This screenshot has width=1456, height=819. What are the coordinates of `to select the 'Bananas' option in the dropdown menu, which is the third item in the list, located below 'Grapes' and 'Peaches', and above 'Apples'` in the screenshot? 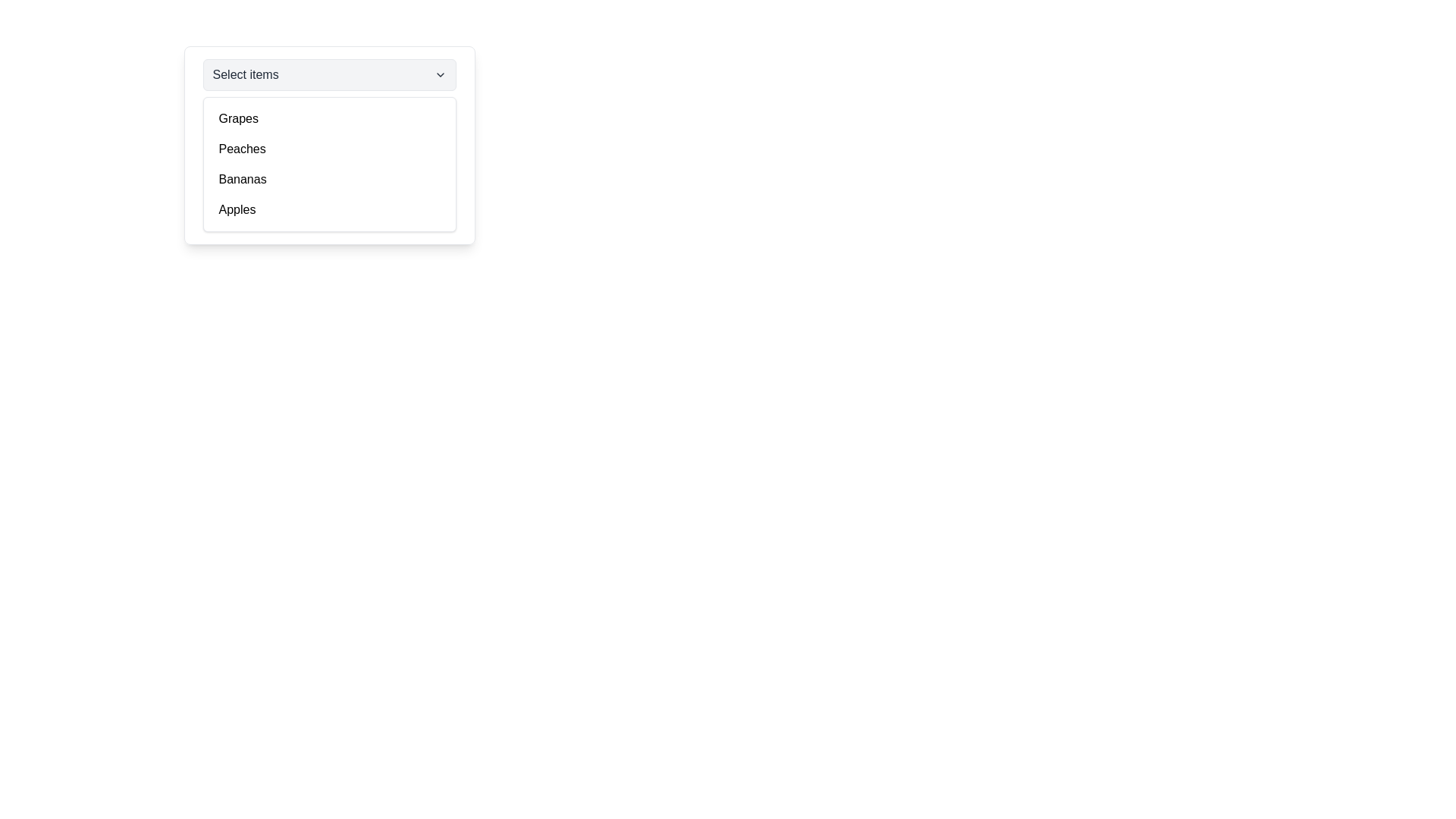 It's located at (243, 178).